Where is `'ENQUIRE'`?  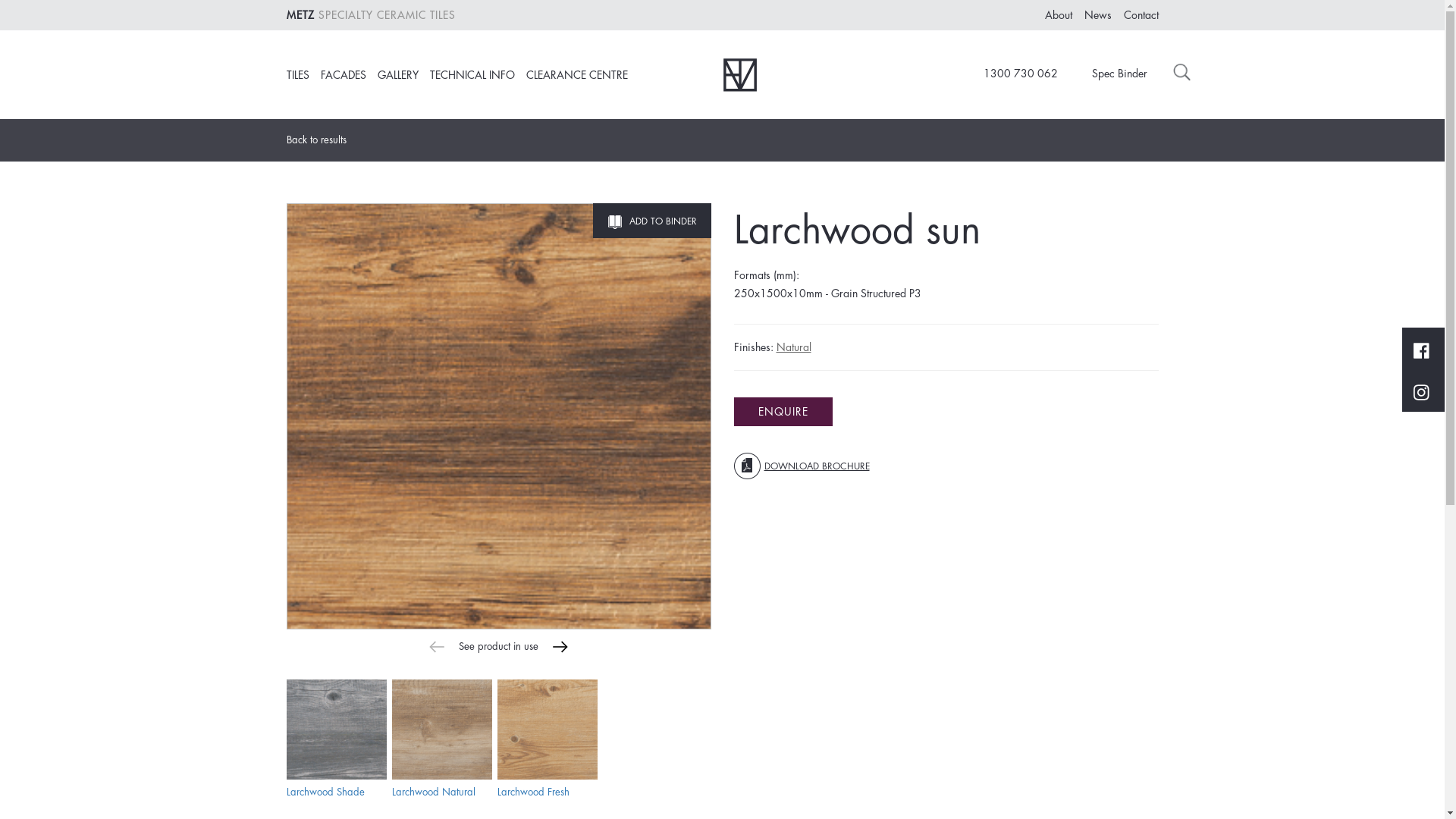 'ENQUIRE' is located at coordinates (783, 412).